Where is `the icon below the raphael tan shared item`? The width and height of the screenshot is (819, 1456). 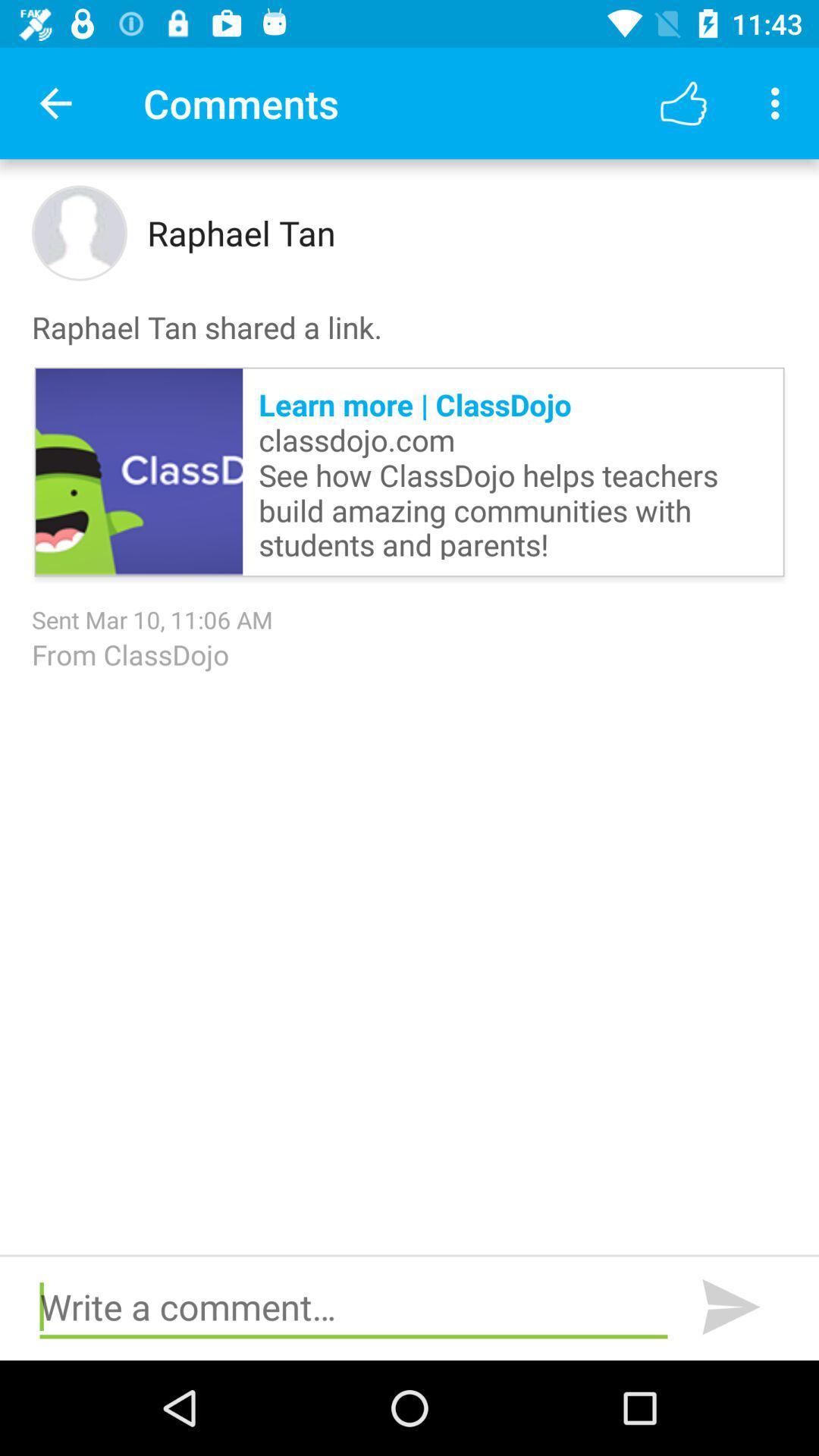
the icon below the raphael tan shared item is located at coordinates (512, 471).